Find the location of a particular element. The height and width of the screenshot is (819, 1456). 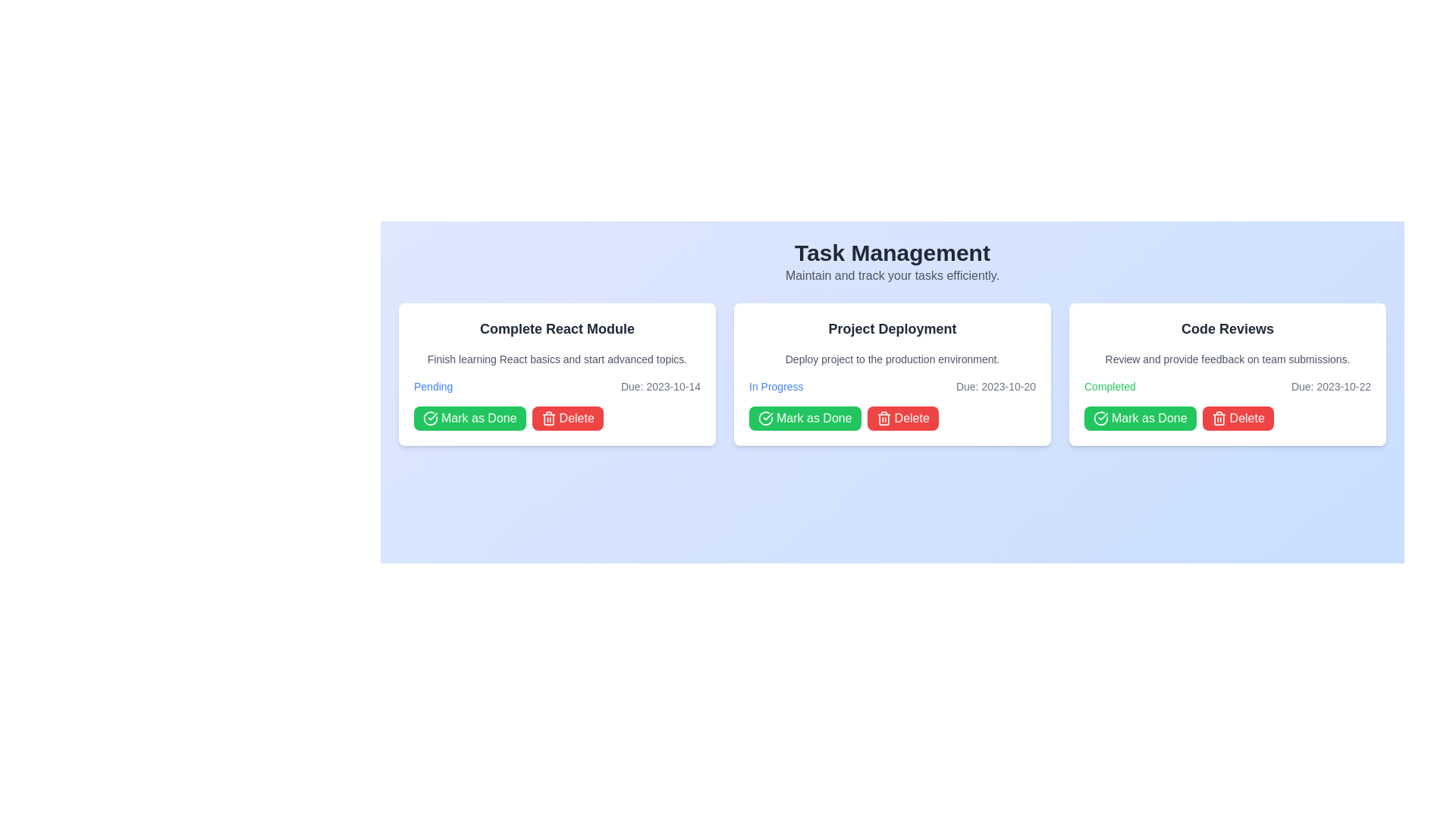

the main heading text at the top center of the interface, which indicates the nature of the content related to task management is located at coordinates (892, 253).